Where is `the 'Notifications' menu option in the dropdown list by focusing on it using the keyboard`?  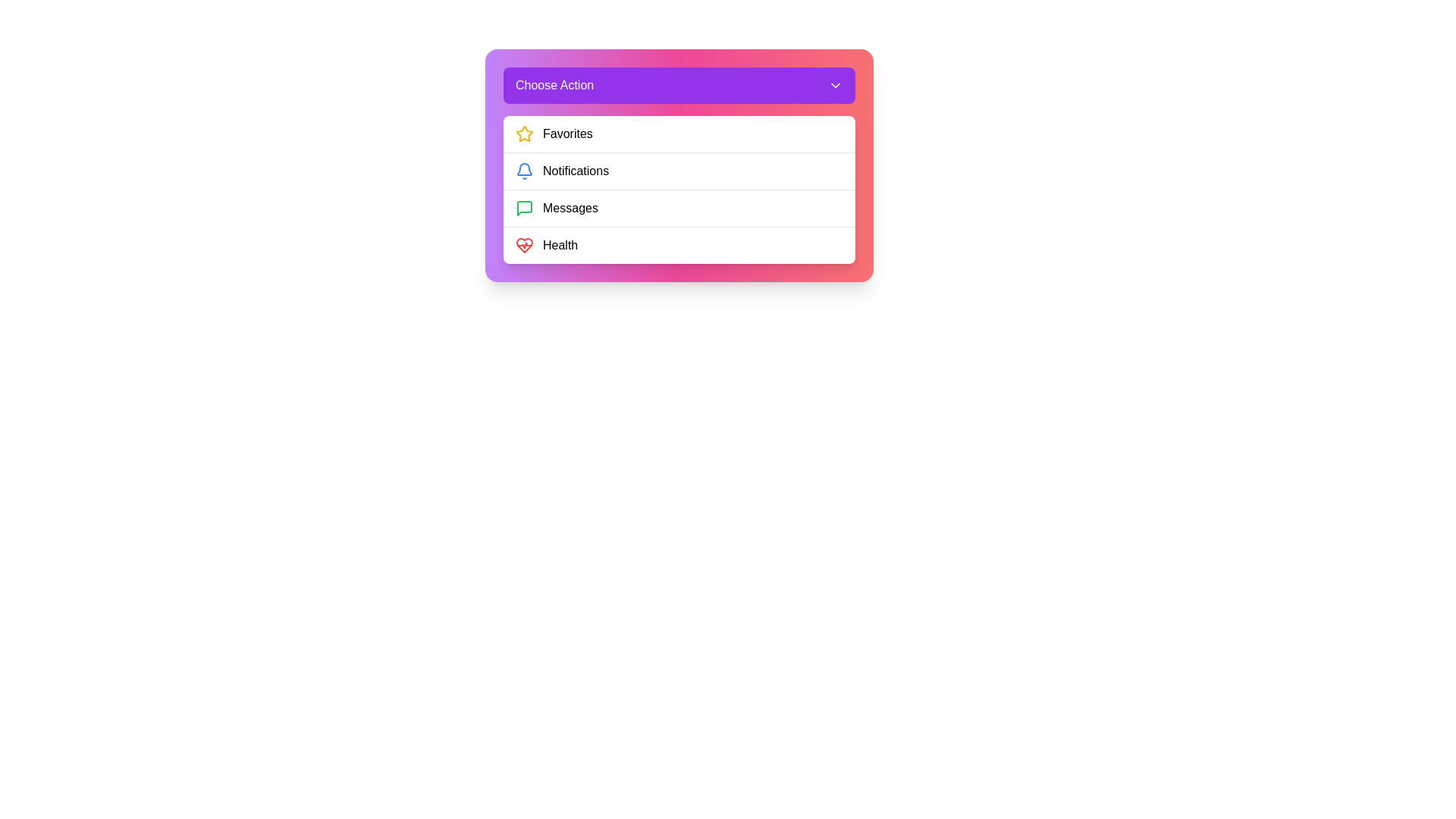
the 'Notifications' menu option in the dropdown list by focusing on it using the keyboard is located at coordinates (679, 170).